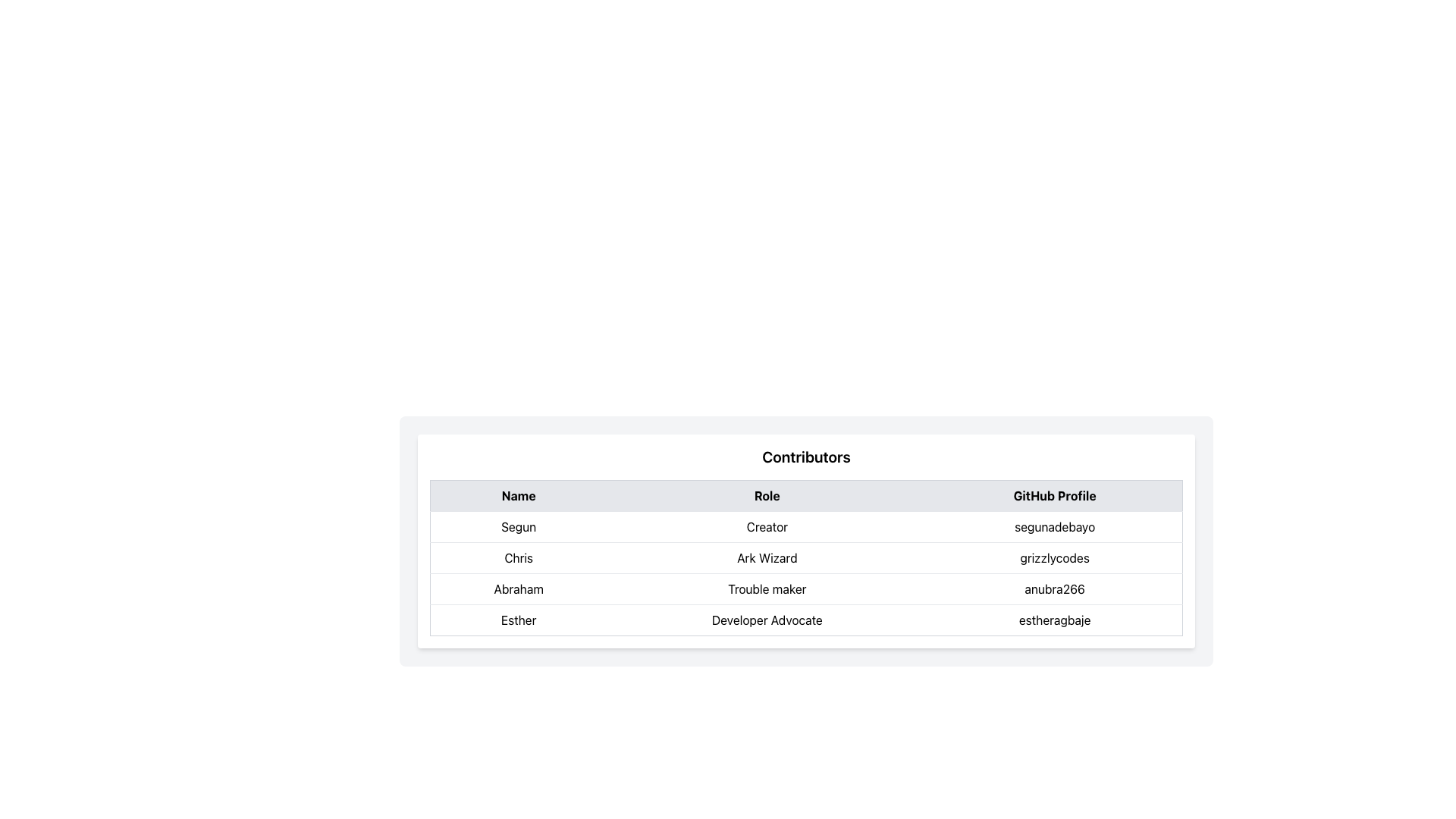 This screenshot has height=819, width=1456. What do you see at coordinates (805, 456) in the screenshot?
I see `the Text Label that serves as a heading for the contributors section, located at the top of a card-like component with a white background` at bounding box center [805, 456].